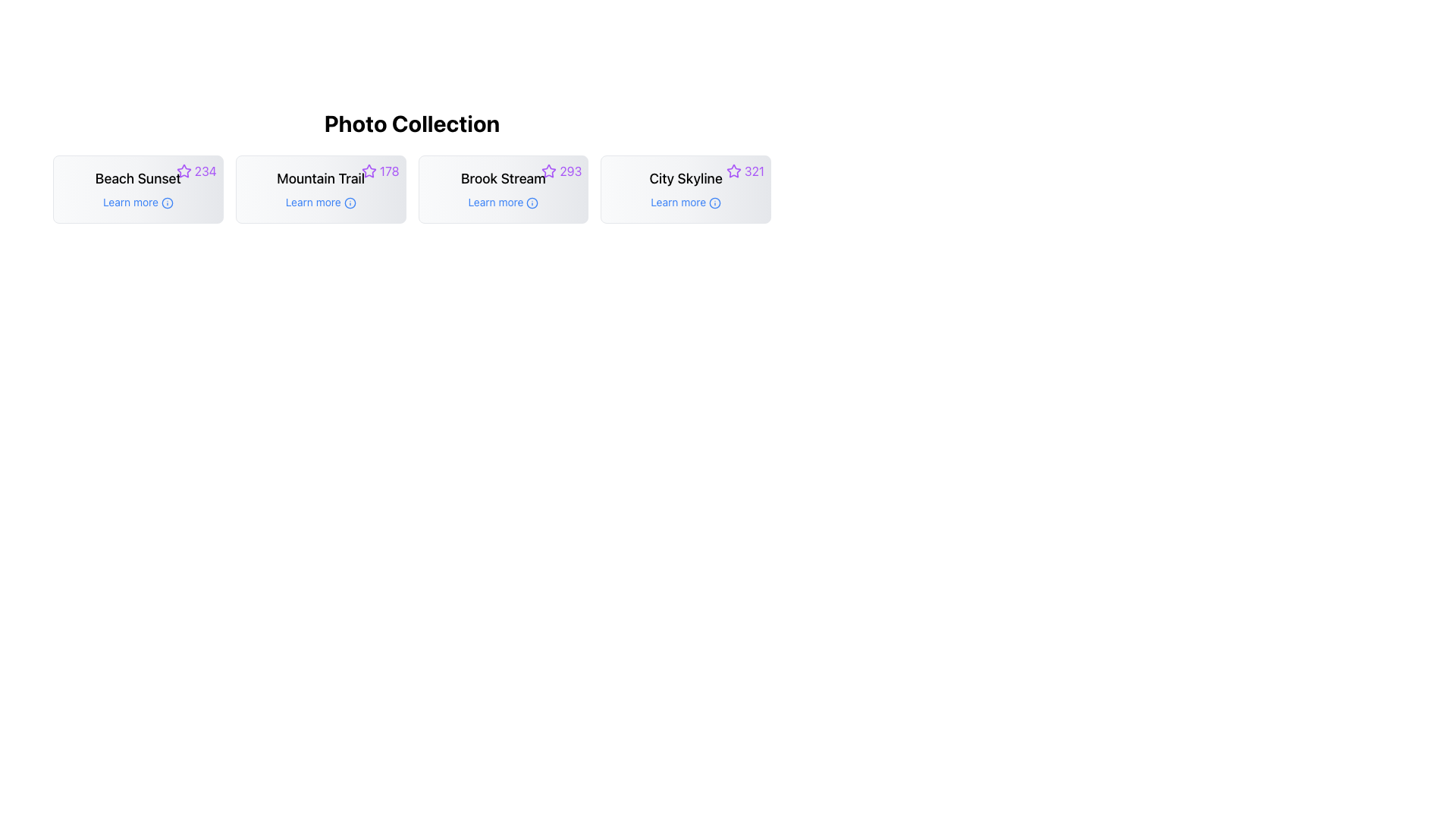  Describe the element at coordinates (138, 201) in the screenshot. I see `the 'Learn more' text label with an information icon` at that location.